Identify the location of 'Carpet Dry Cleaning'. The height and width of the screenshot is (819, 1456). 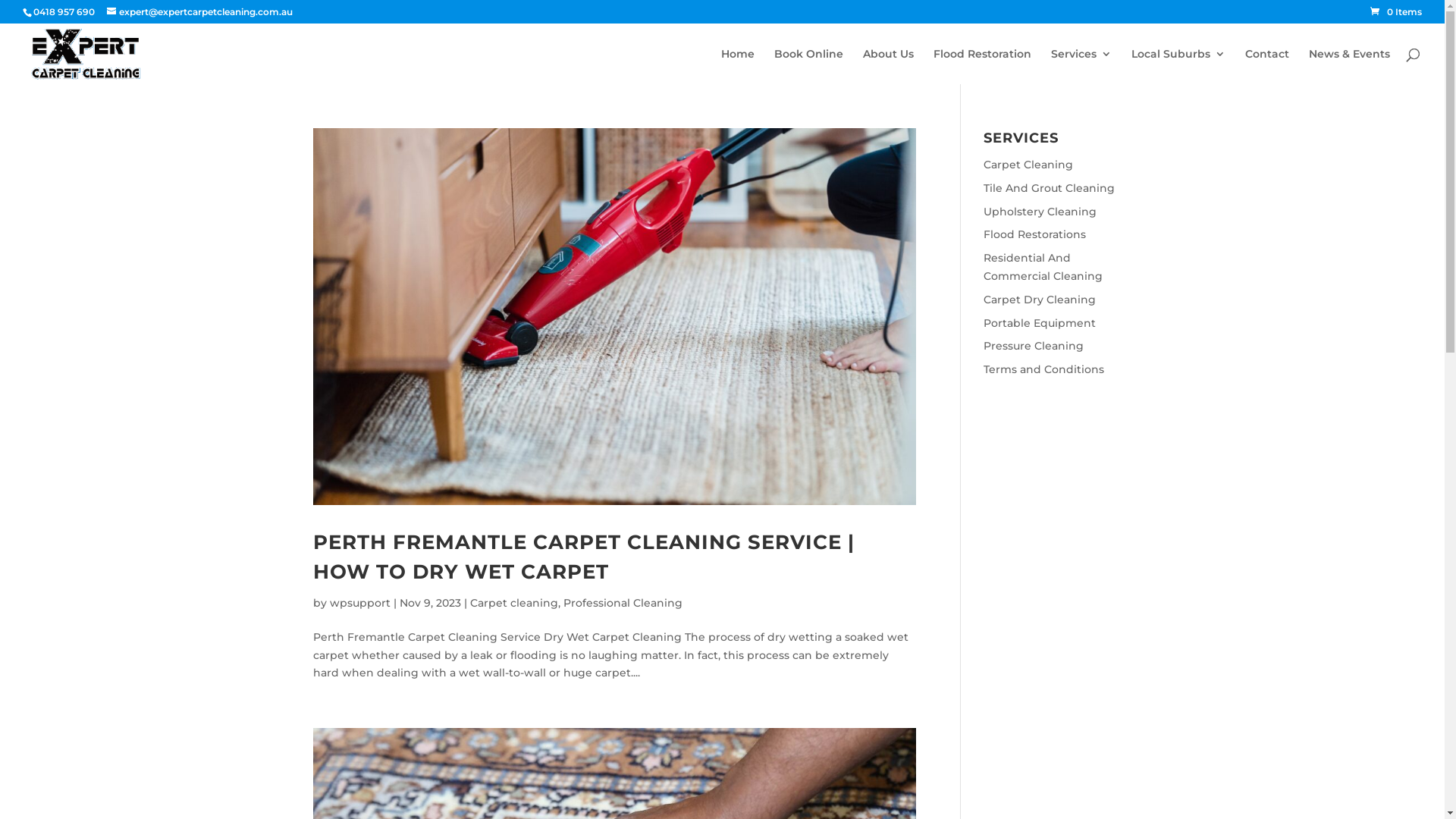
(1039, 299).